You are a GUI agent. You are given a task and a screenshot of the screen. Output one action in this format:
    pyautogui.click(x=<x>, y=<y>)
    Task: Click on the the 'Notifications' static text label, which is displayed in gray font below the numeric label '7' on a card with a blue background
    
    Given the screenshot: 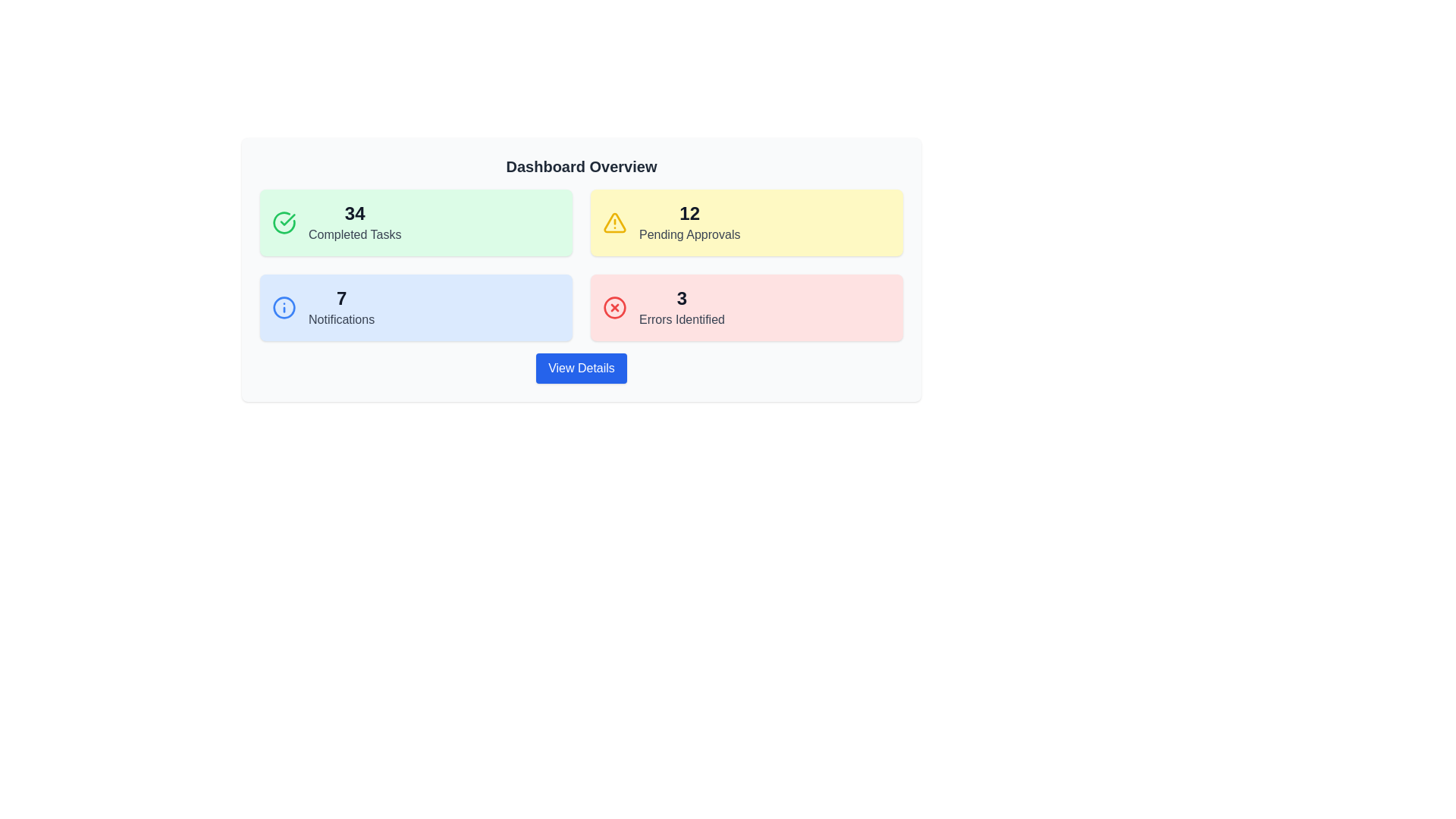 What is the action you would take?
    pyautogui.click(x=340, y=318)
    